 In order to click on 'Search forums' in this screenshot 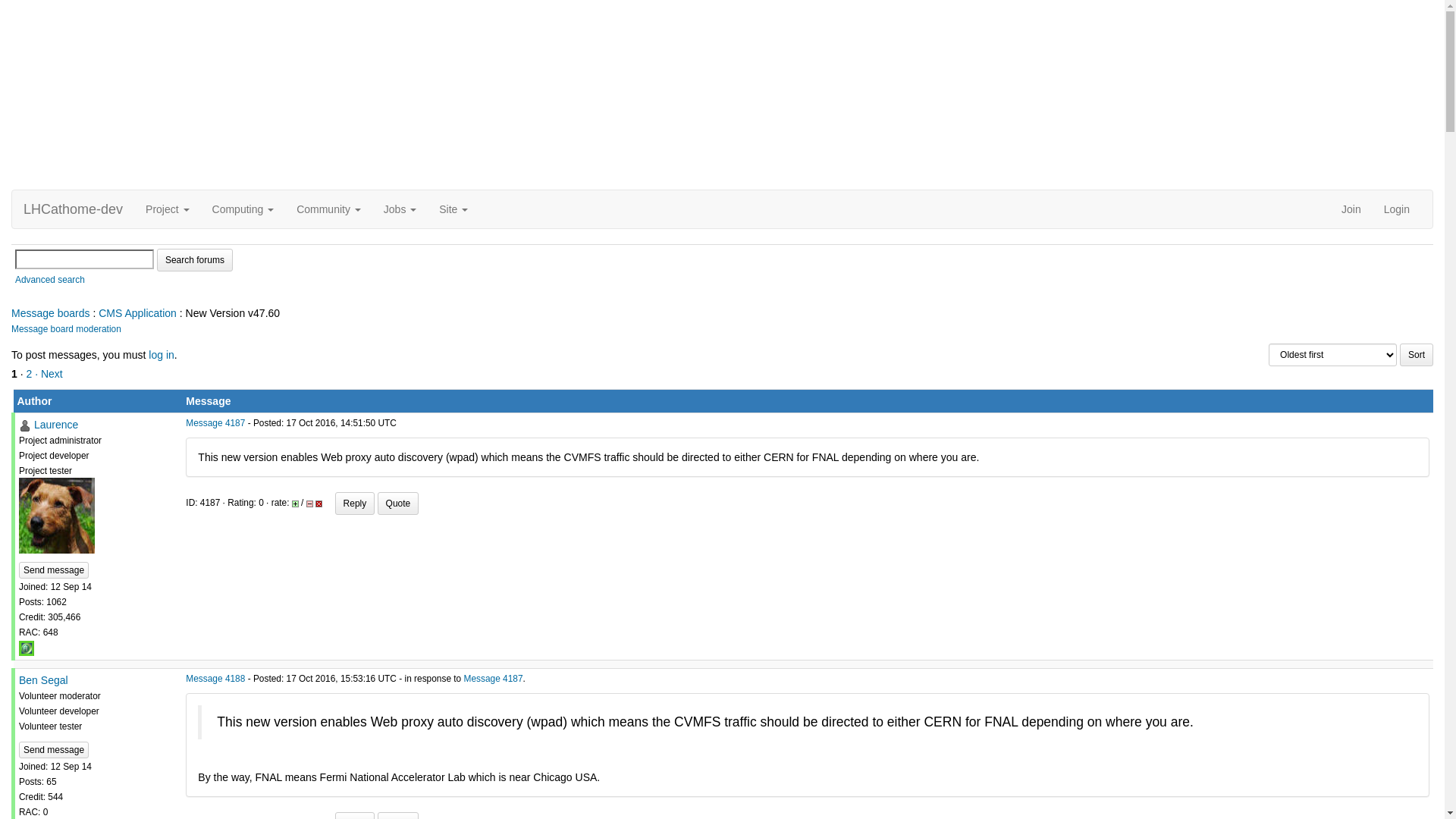, I will do `click(194, 259)`.